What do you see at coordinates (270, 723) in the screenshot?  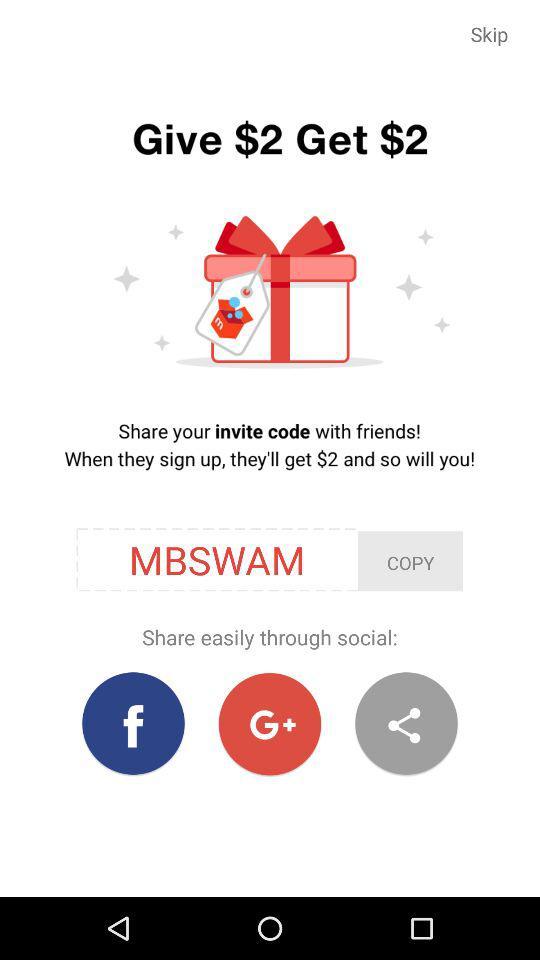 I see `item below share easily through` at bounding box center [270, 723].